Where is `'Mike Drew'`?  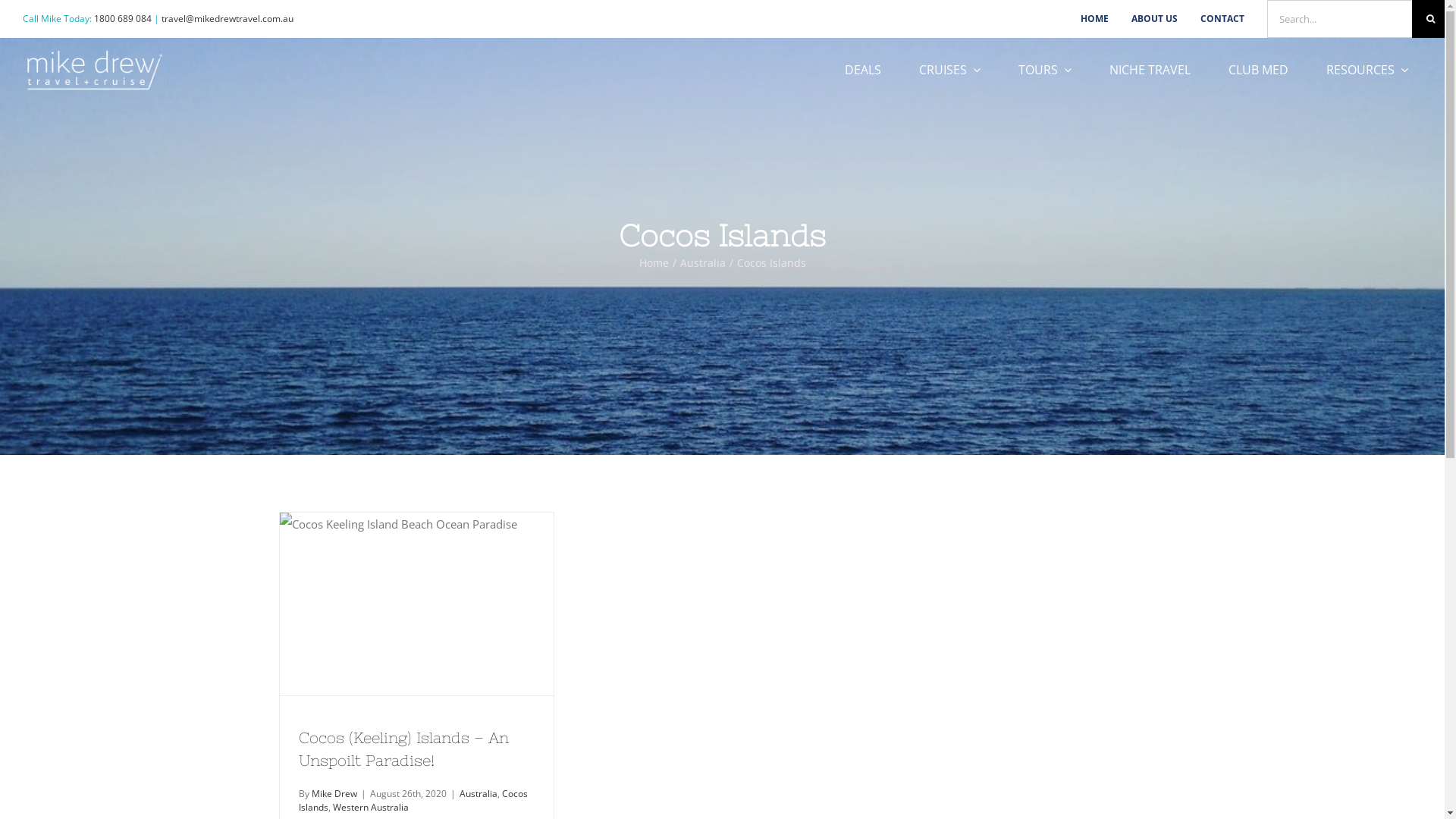 'Mike Drew' is located at coordinates (309, 792).